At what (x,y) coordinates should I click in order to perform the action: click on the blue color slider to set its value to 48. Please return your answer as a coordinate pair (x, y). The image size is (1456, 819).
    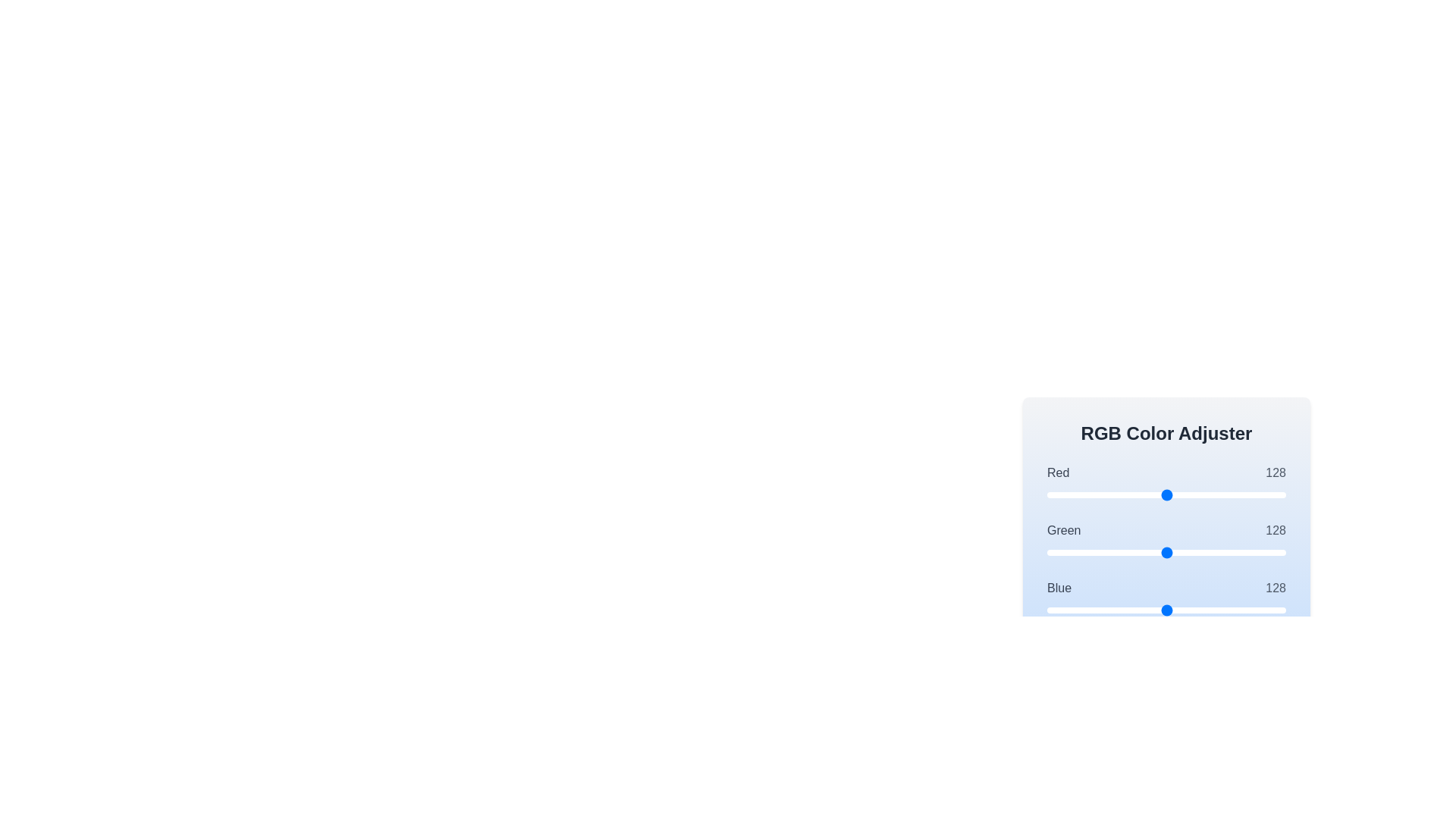
    Looking at the image, I should click on (1092, 610).